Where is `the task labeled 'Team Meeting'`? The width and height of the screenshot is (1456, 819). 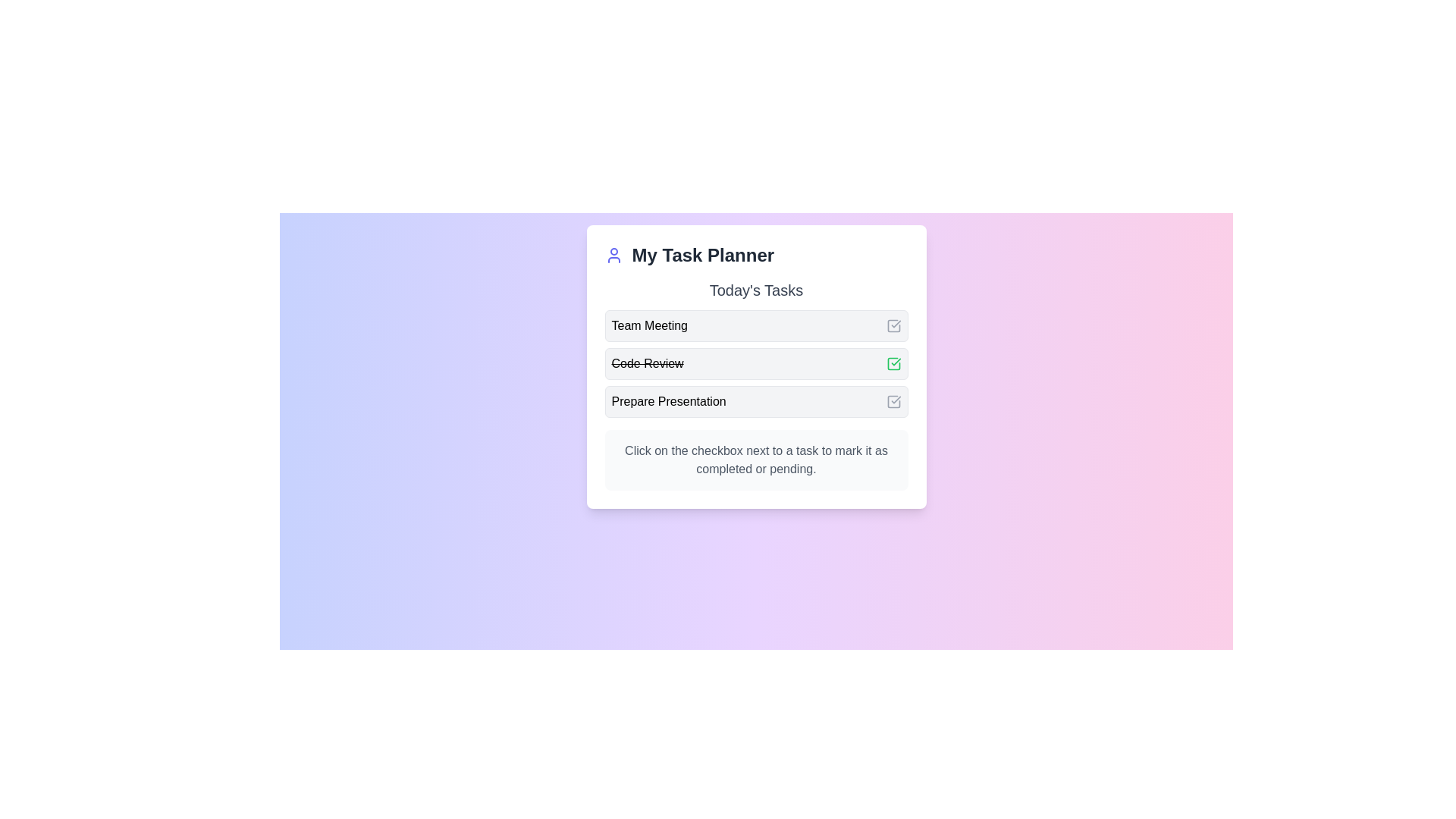
the task labeled 'Team Meeting' is located at coordinates (756, 325).